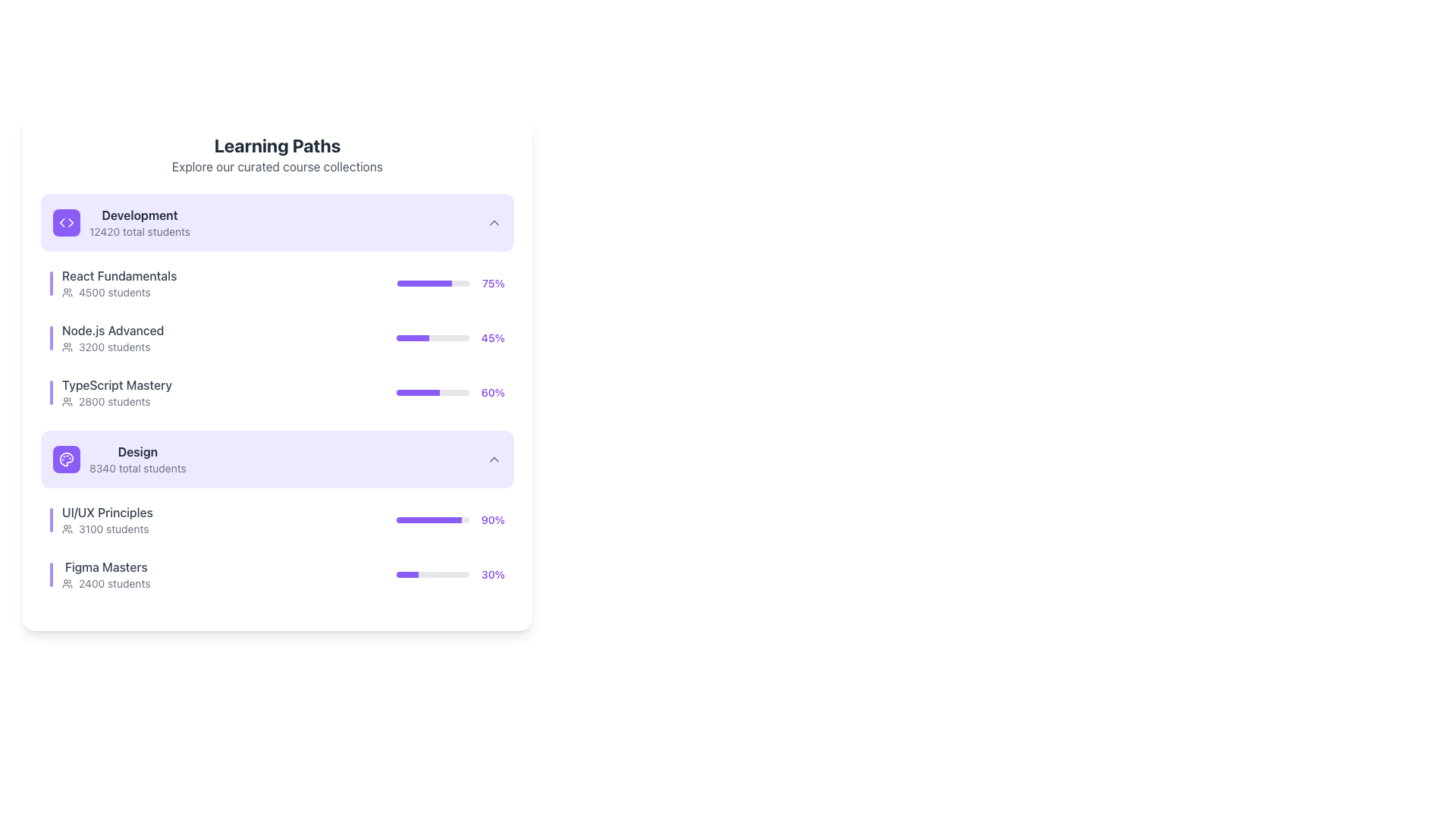 The width and height of the screenshot is (1456, 819). I want to click on the upward-pointing chevron icon, so click(494, 458).